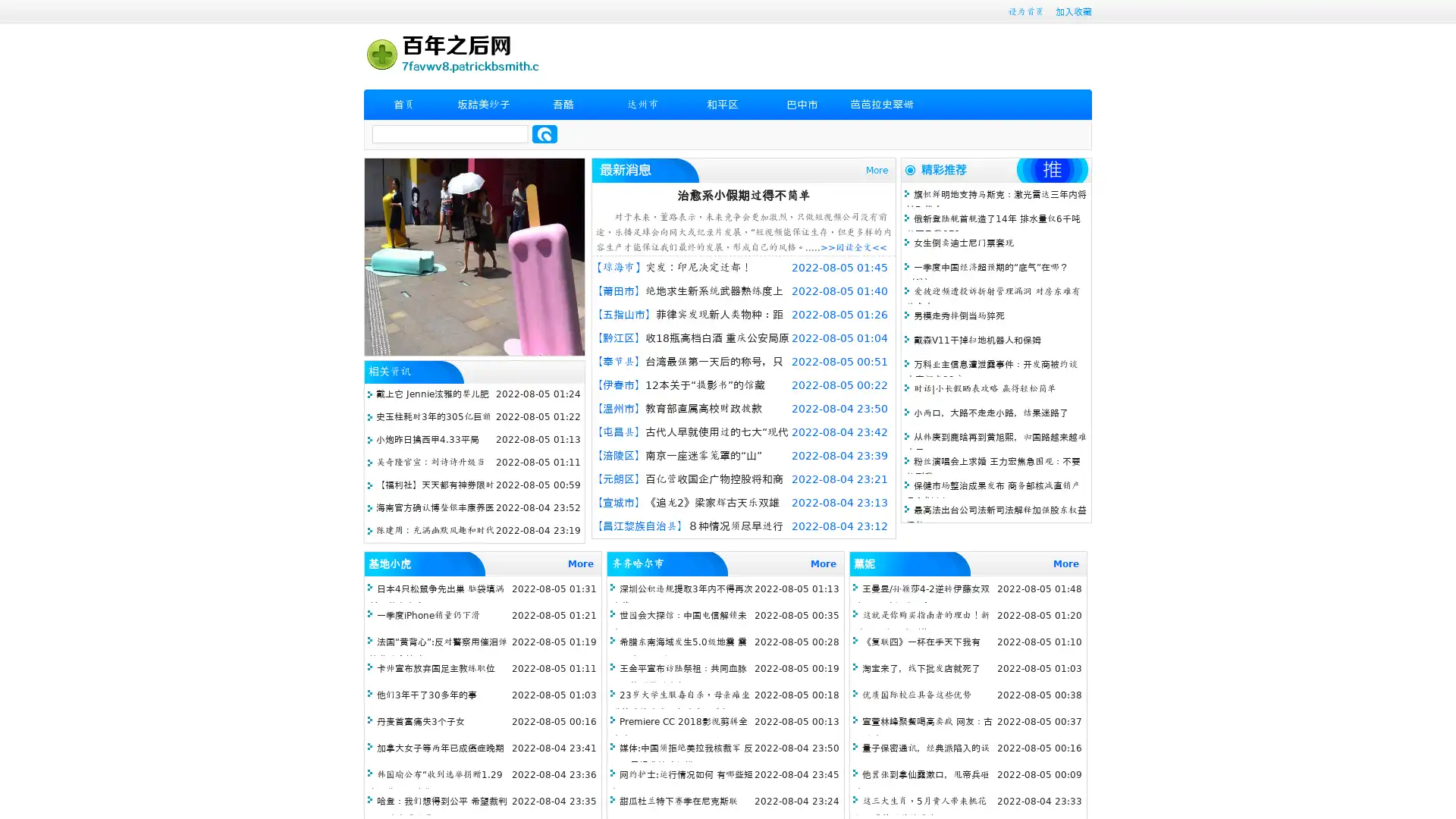 The image size is (1456, 819). Describe the element at coordinates (544, 133) in the screenshot. I see `Search` at that location.